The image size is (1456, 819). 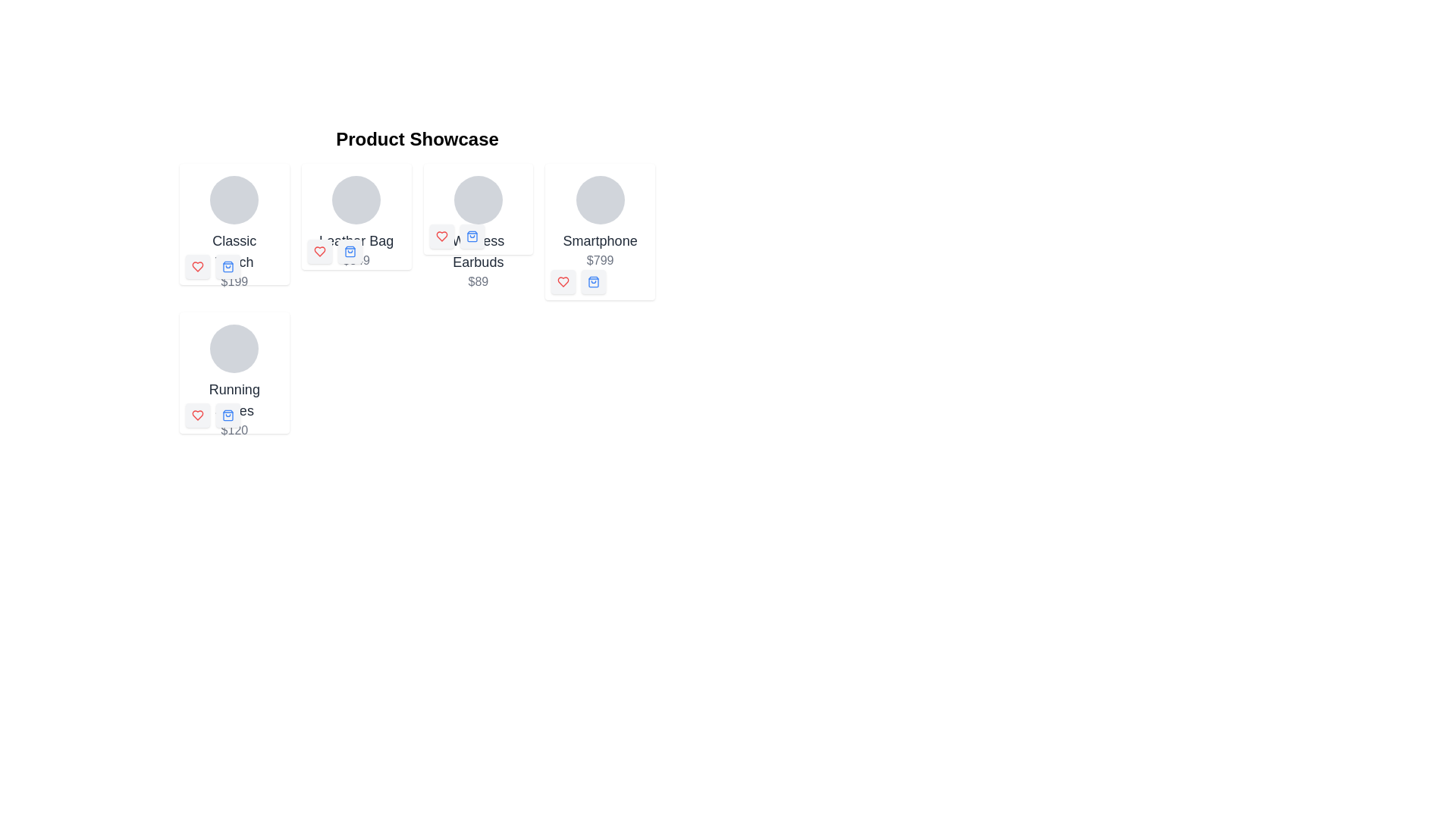 What do you see at coordinates (563, 281) in the screenshot?
I see `the 'favorite' button located at the bottom-left corner of the 'Smartphone' product card to mark it as a favorite or like it` at bounding box center [563, 281].